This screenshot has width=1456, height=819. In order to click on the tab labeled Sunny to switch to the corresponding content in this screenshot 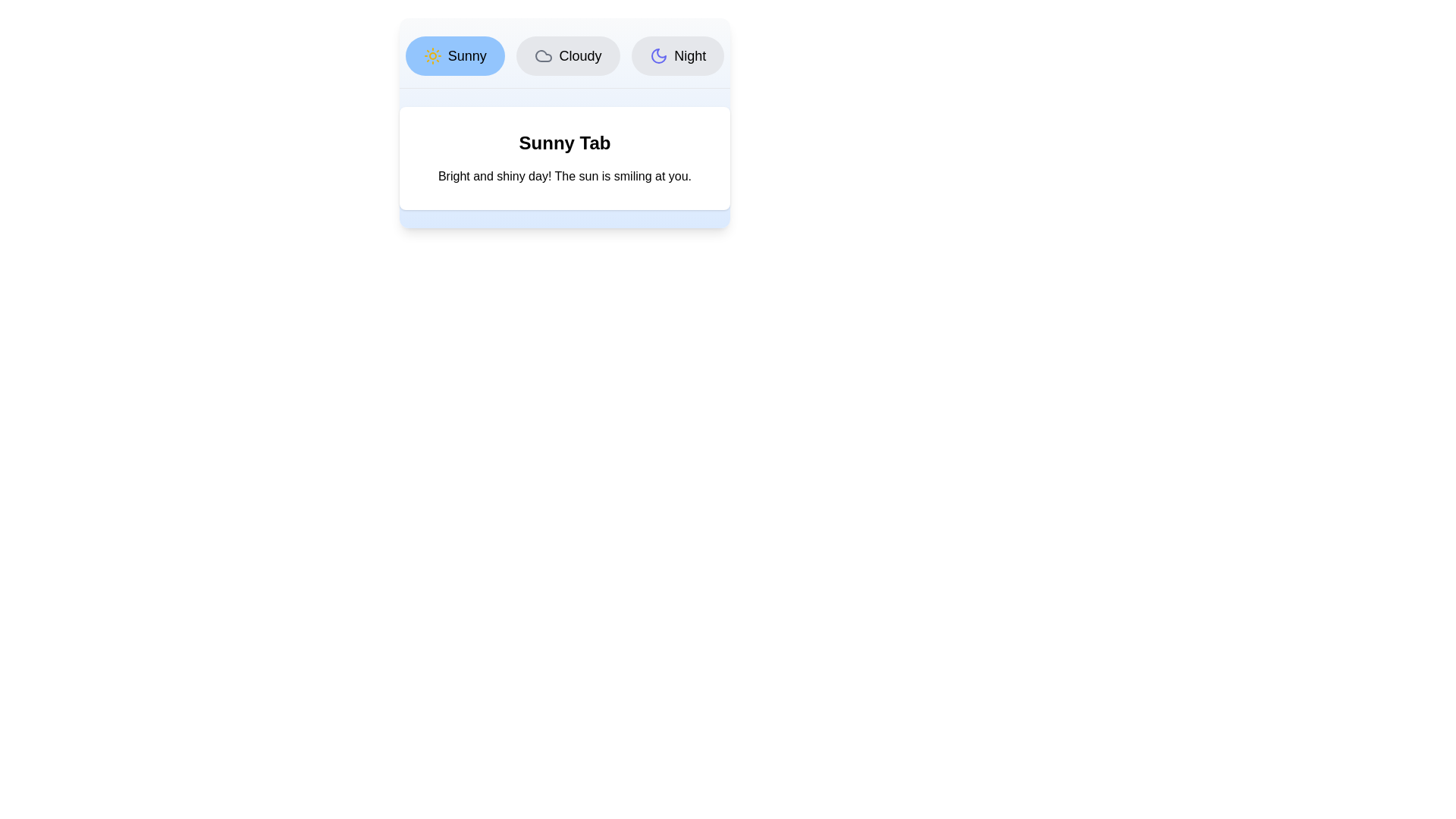, I will do `click(454, 55)`.